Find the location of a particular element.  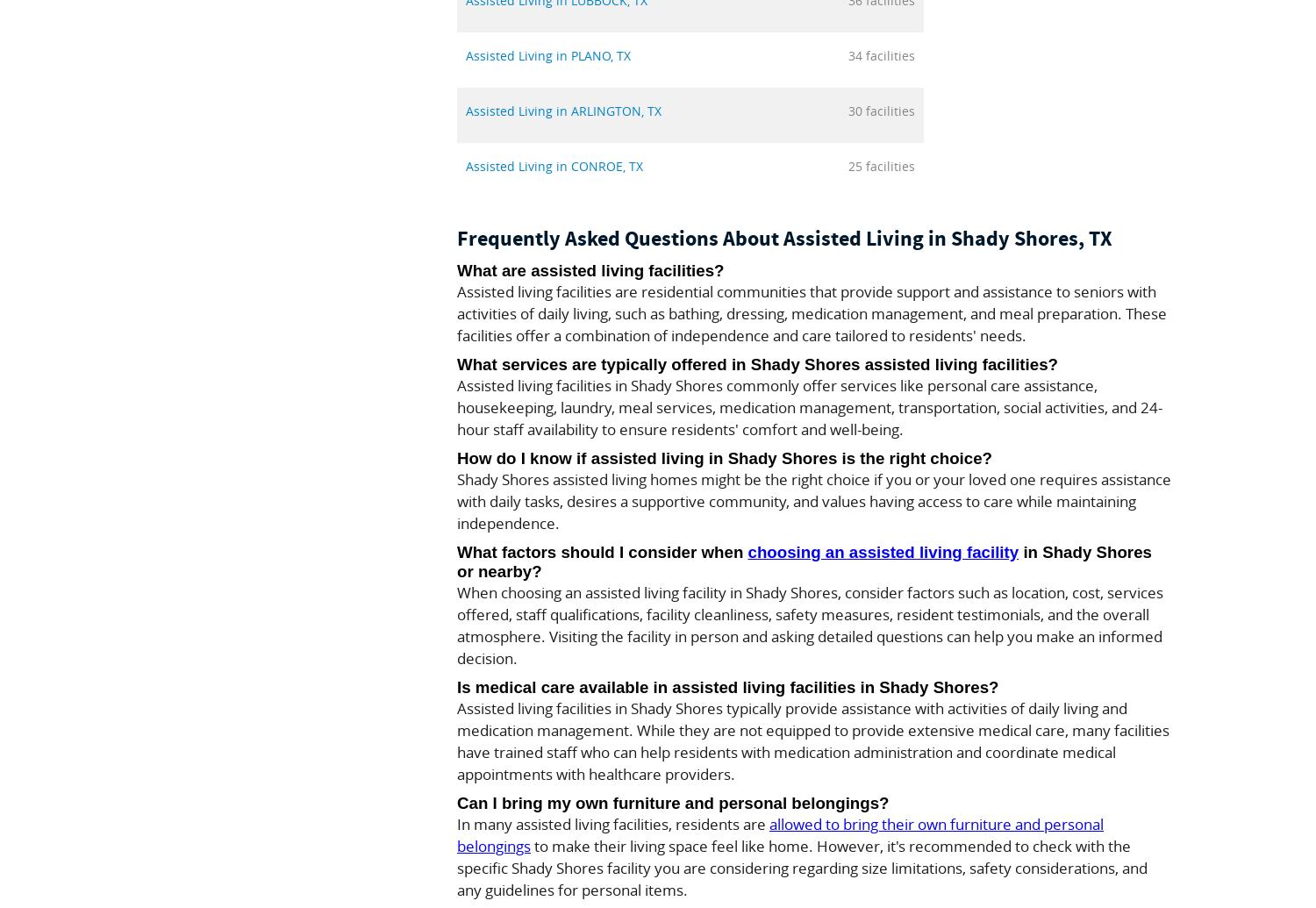

'Can I bring my own furniture and personal belongings?' is located at coordinates (672, 802).